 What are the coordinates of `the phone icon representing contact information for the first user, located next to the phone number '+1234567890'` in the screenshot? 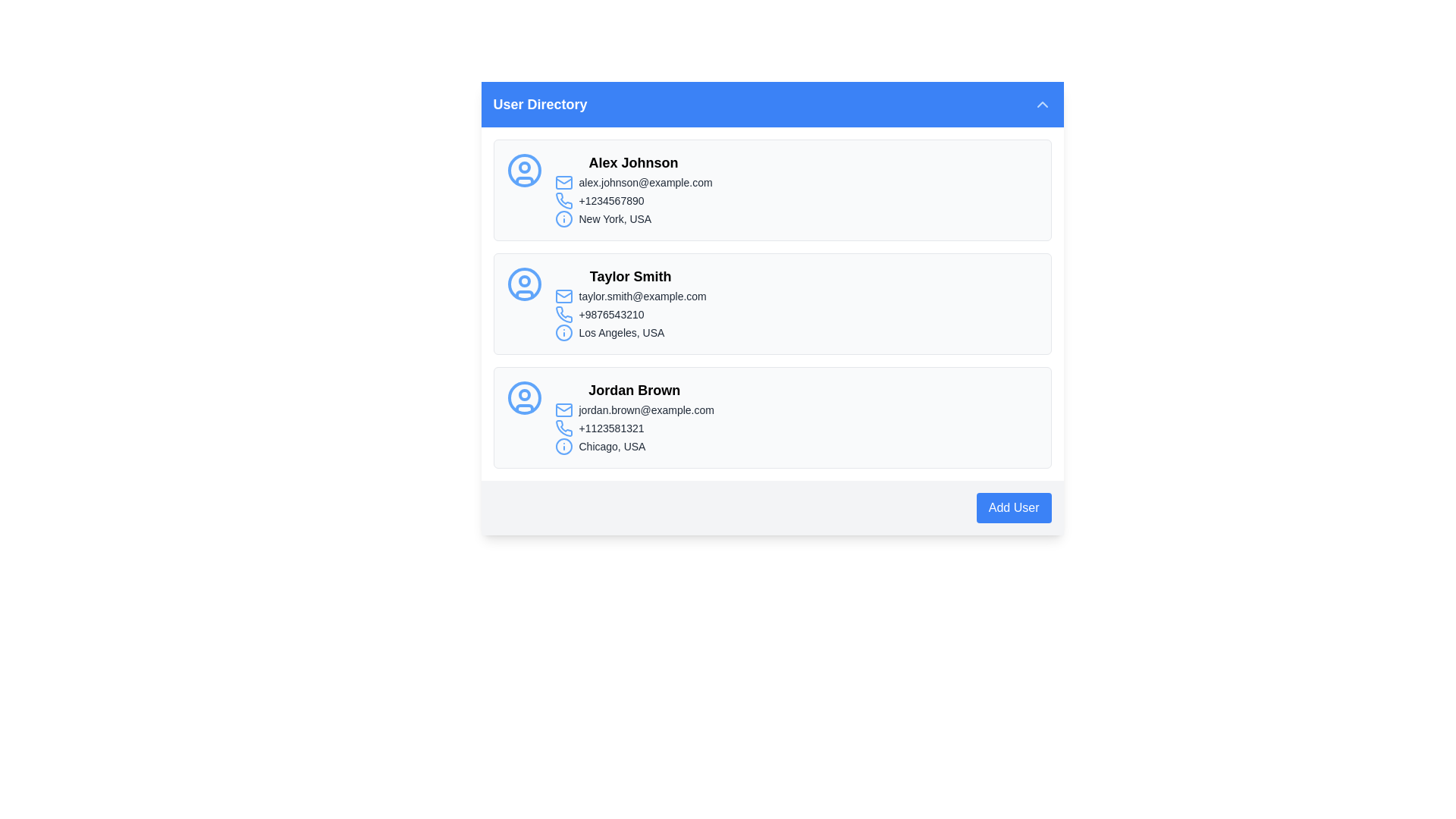 It's located at (563, 199).